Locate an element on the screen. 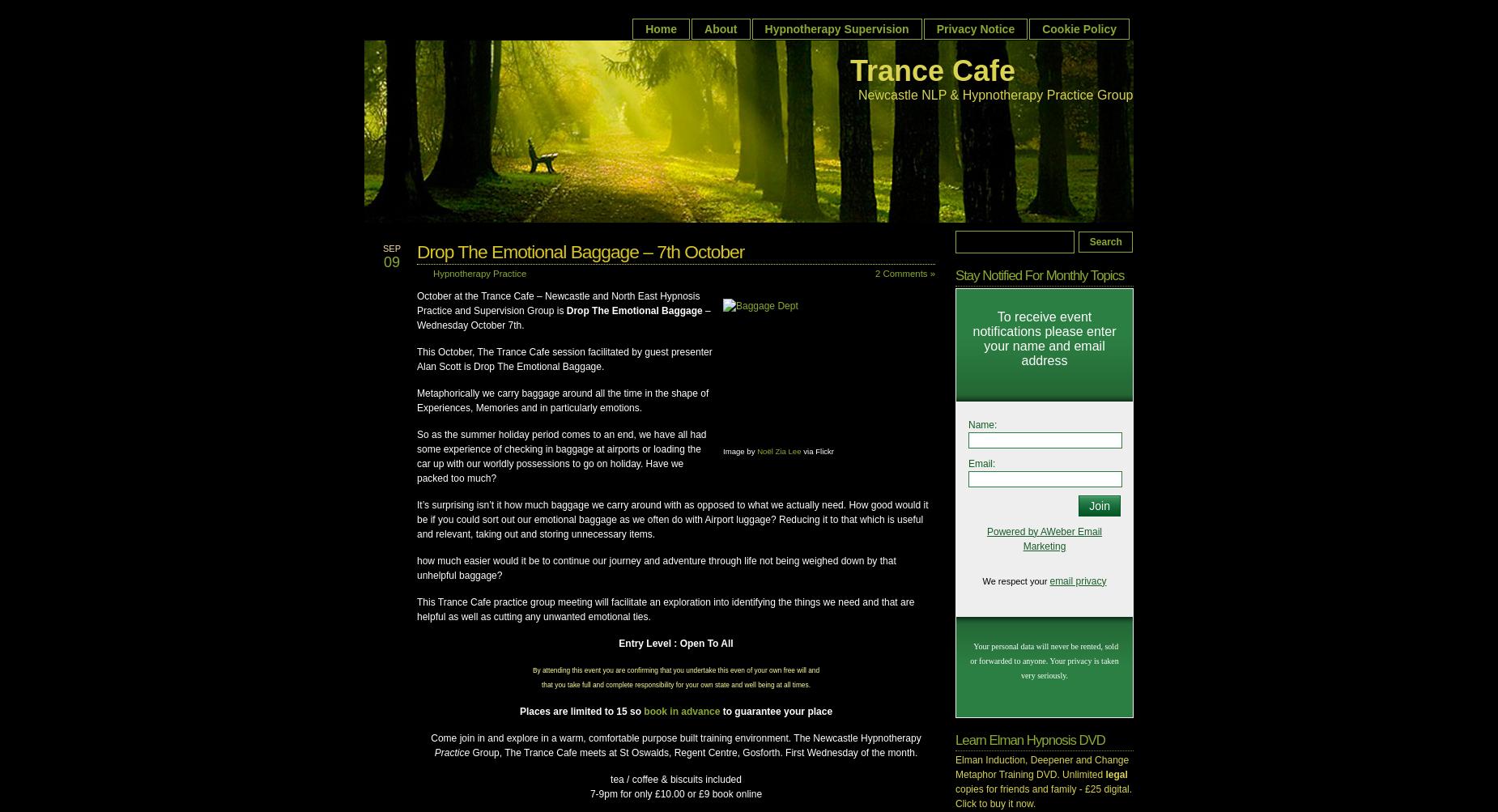 The height and width of the screenshot is (812, 1498). 'Image by' is located at coordinates (740, 449).